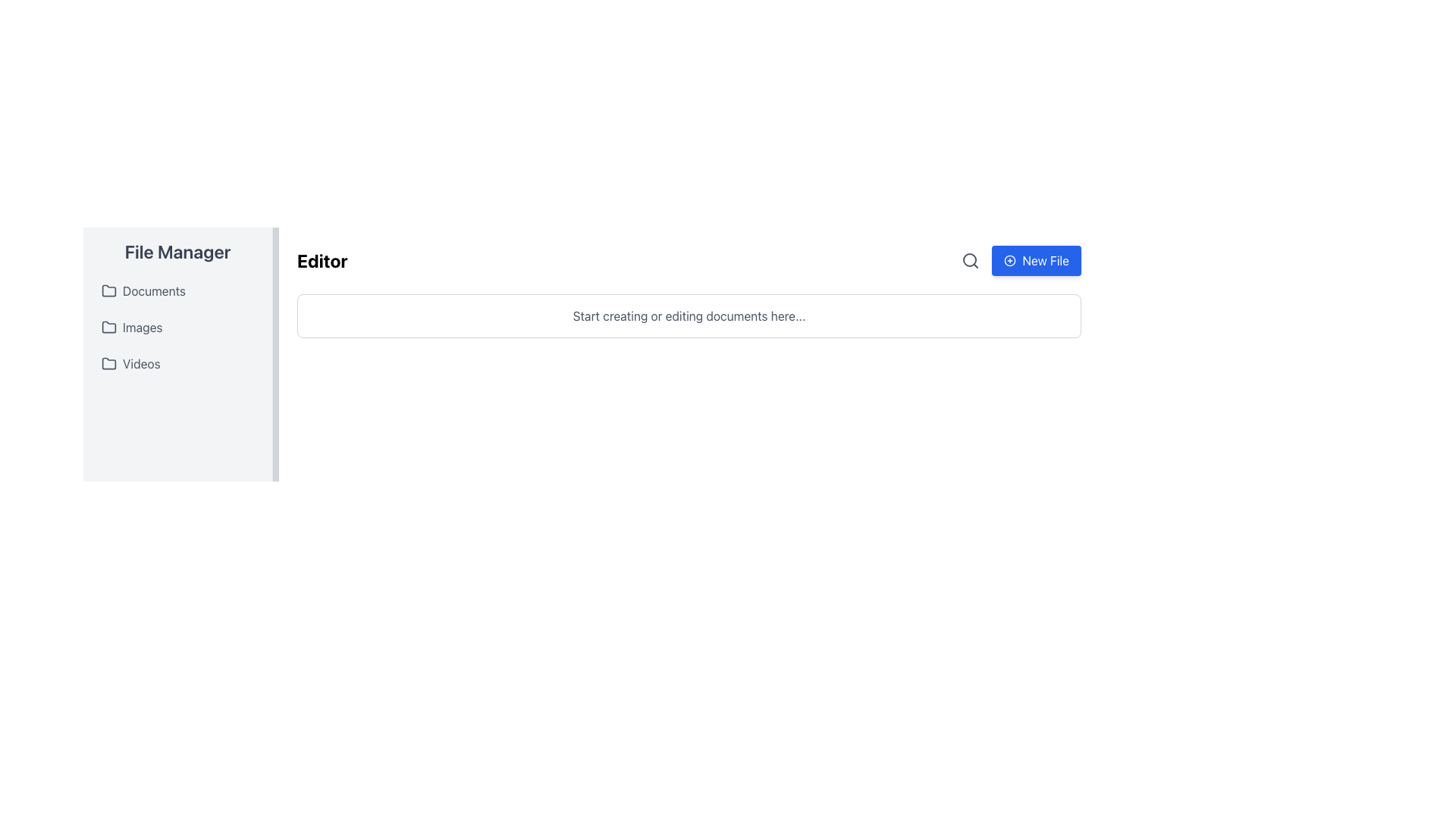  What do you see at coordinates (322, 259) in the screenshot?
I see `the Text Label indicating the 'Editor' area, which is positioned to the right of the 'File Manager' sidebar in the main content section` at bounding box center [322, 259].